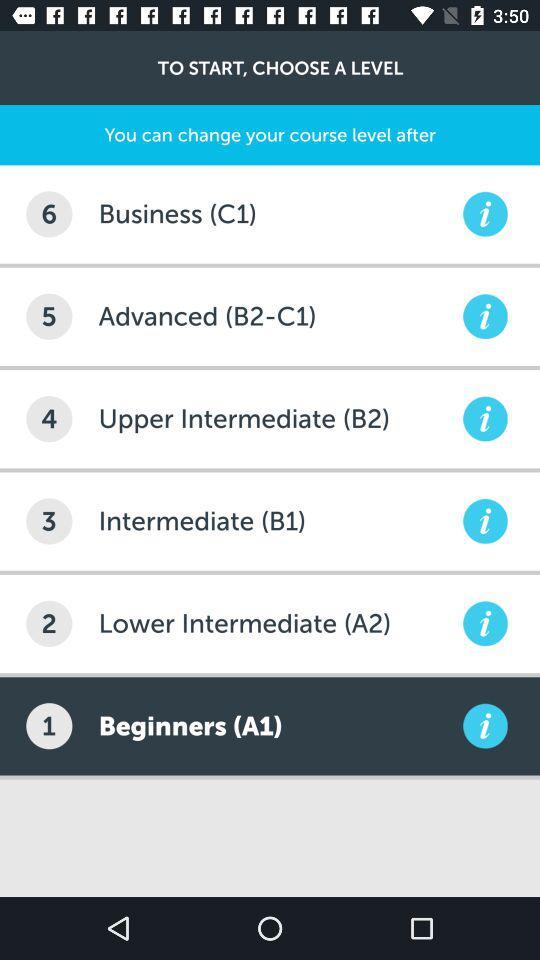  I want to click on more info, so click(484, 520).